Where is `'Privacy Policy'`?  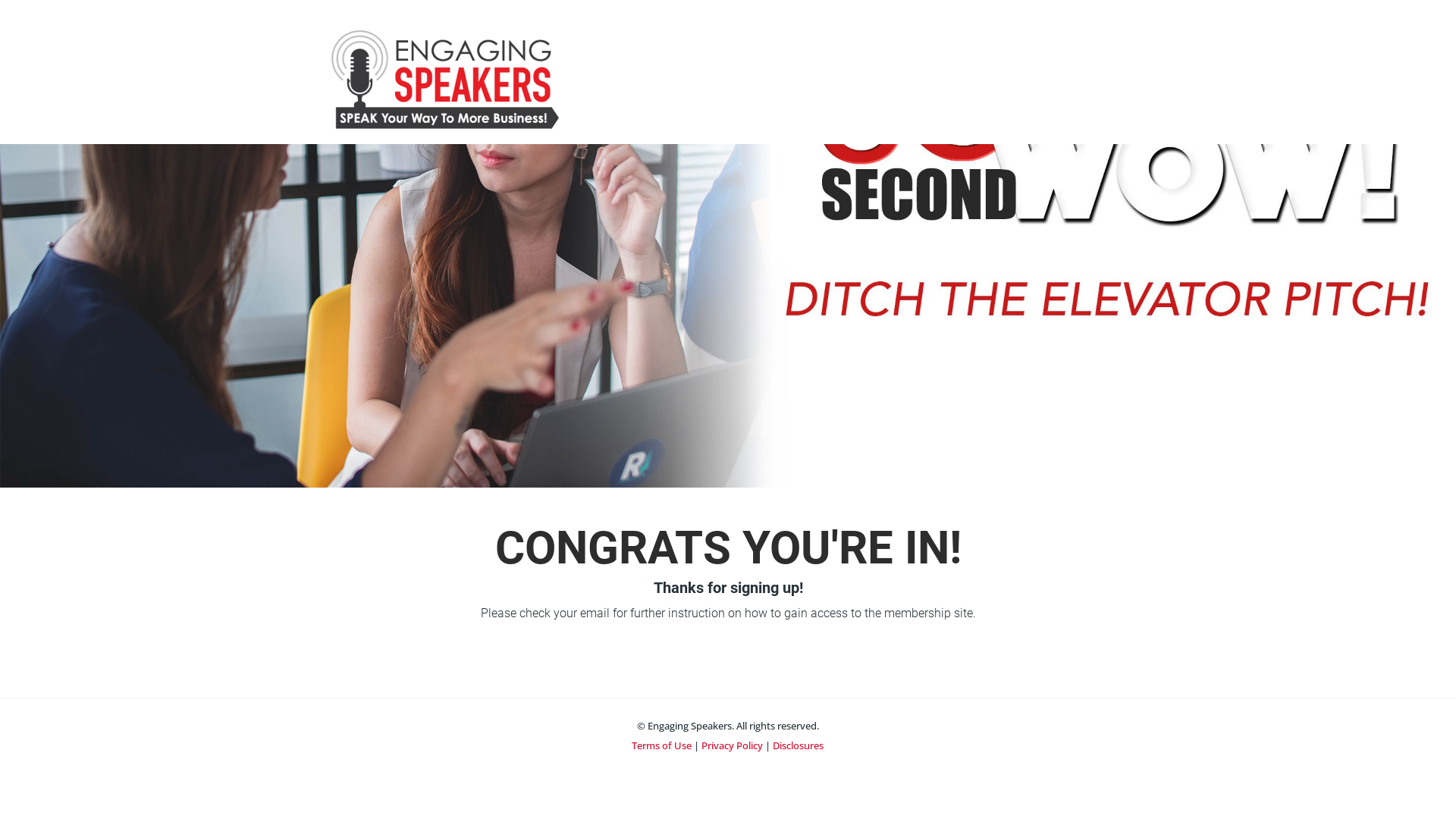 'Privacy Policy' is located at coordinates (732, 745).